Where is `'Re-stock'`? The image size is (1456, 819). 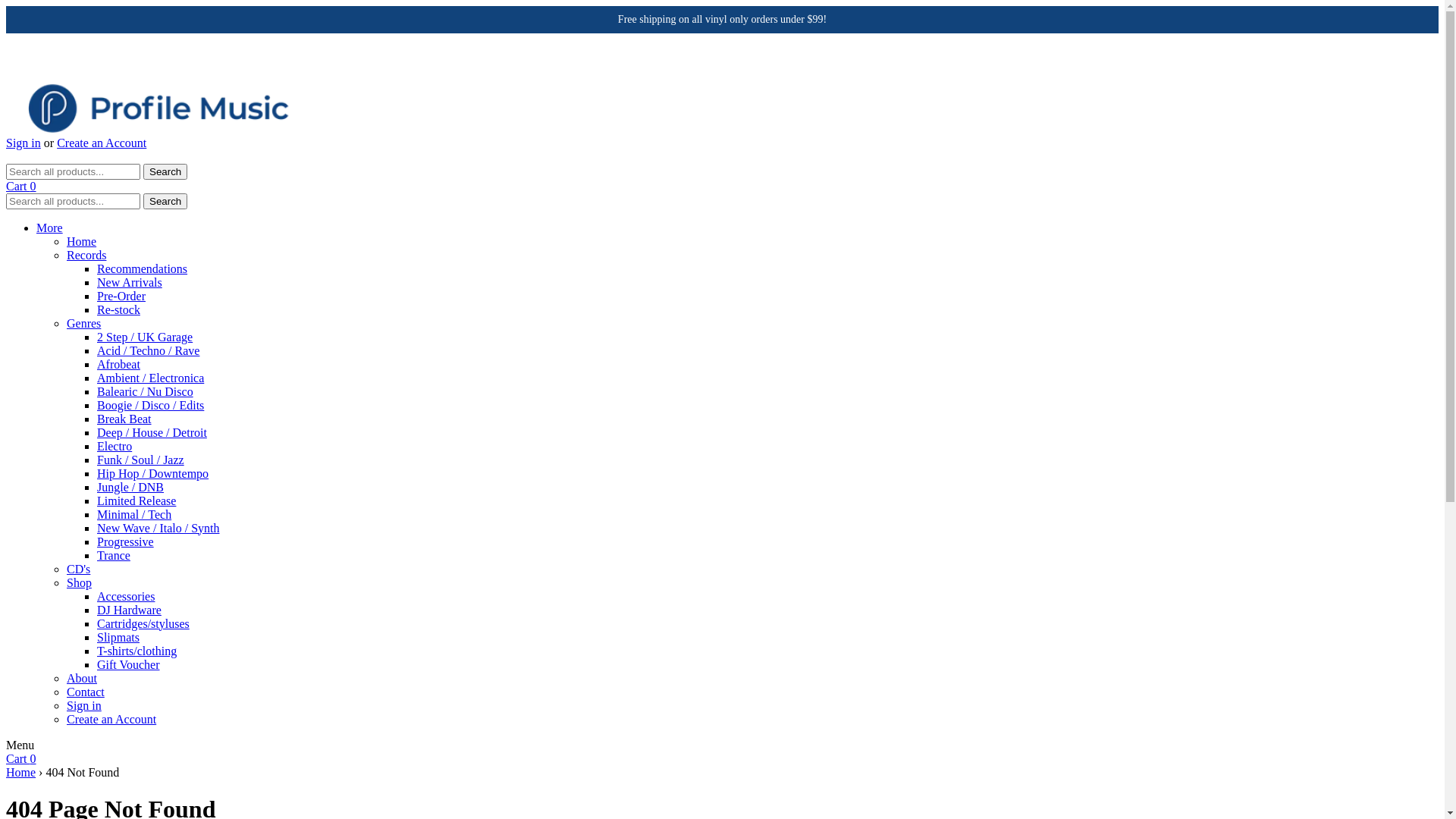 'Re-stock' is located at coordinates (96, 309).